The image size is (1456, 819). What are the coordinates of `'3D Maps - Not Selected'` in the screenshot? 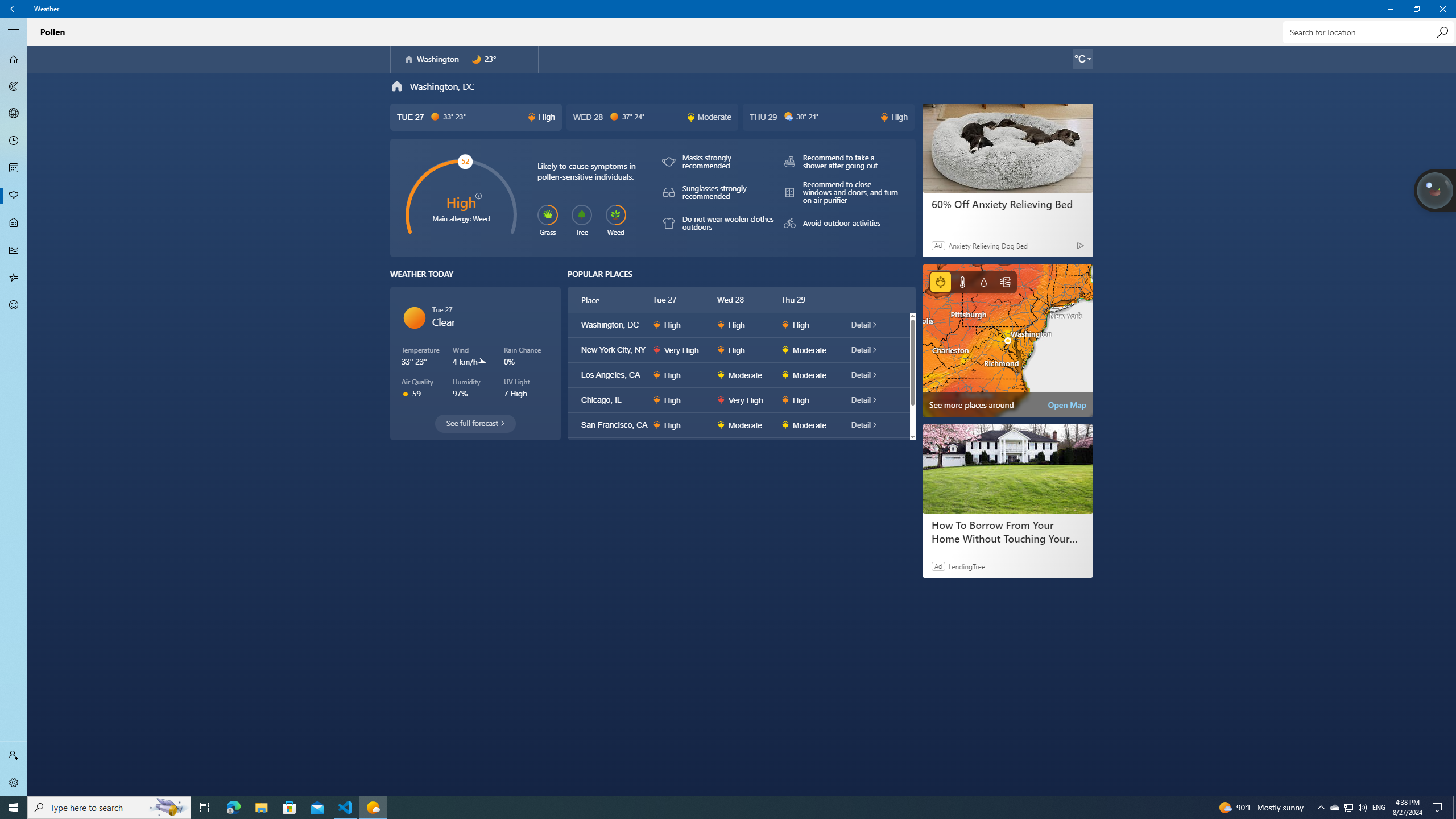 It's located at (14, 113).